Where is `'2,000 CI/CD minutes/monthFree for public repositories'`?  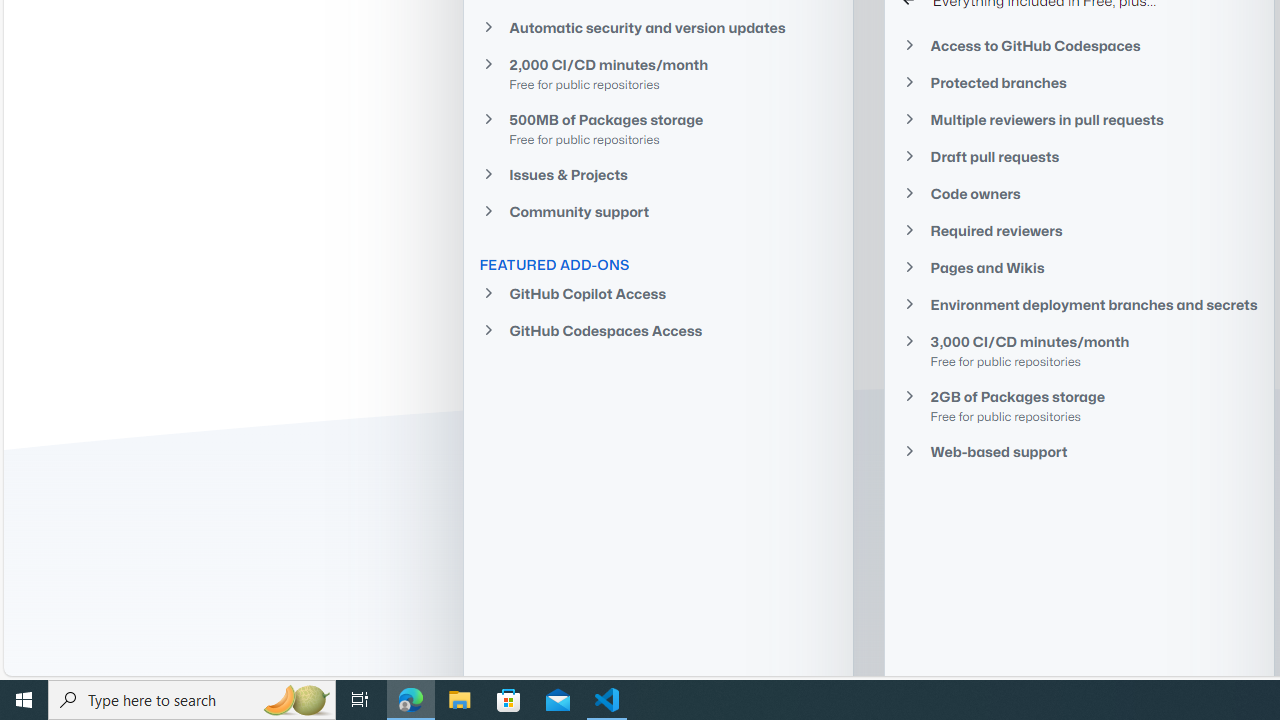 '2,000 CI/CD minutes/monthFree for public repositories' is located at coordinates (657, 72).